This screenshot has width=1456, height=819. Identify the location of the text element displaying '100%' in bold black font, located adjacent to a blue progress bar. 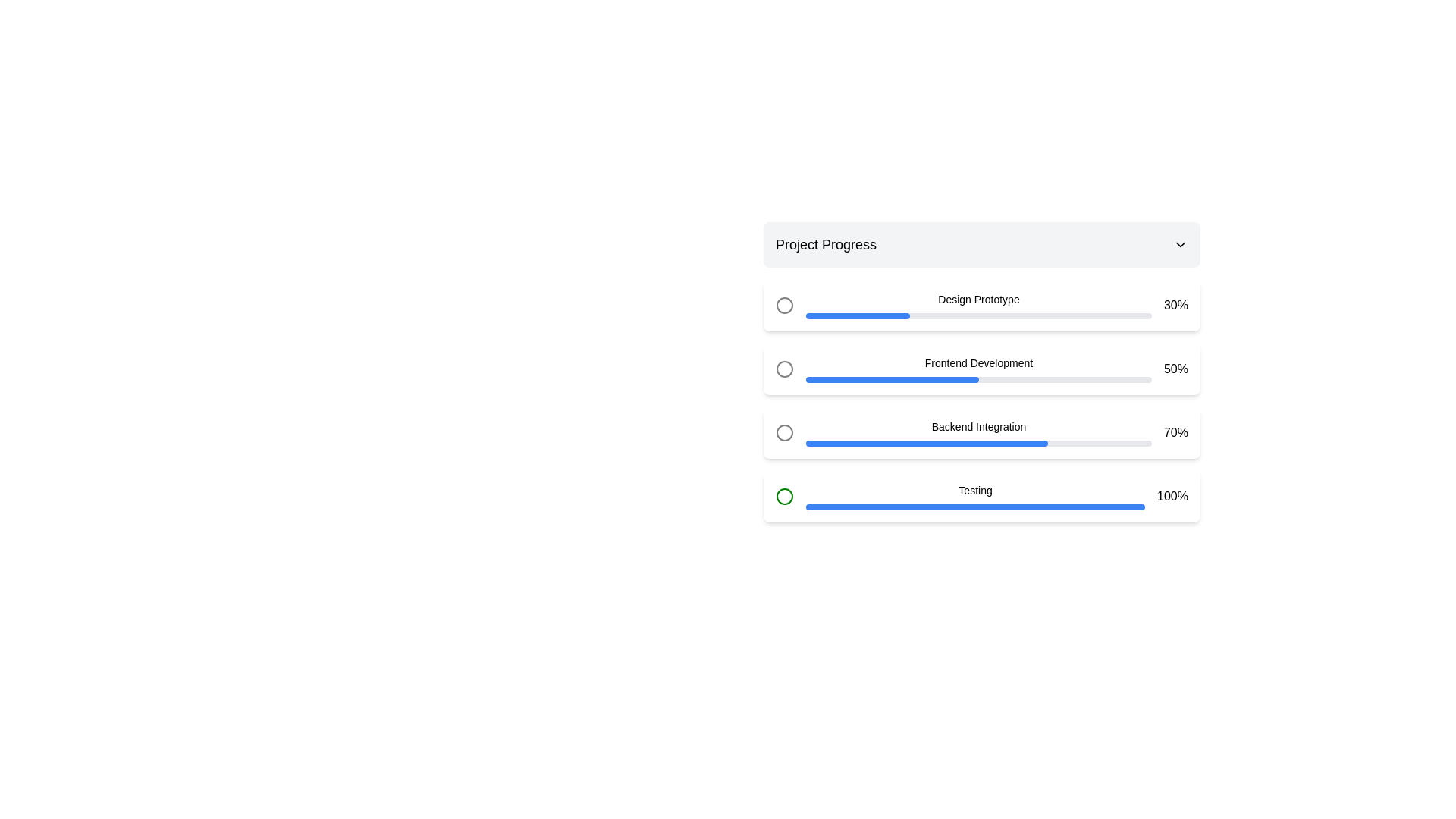
(1172, 497).